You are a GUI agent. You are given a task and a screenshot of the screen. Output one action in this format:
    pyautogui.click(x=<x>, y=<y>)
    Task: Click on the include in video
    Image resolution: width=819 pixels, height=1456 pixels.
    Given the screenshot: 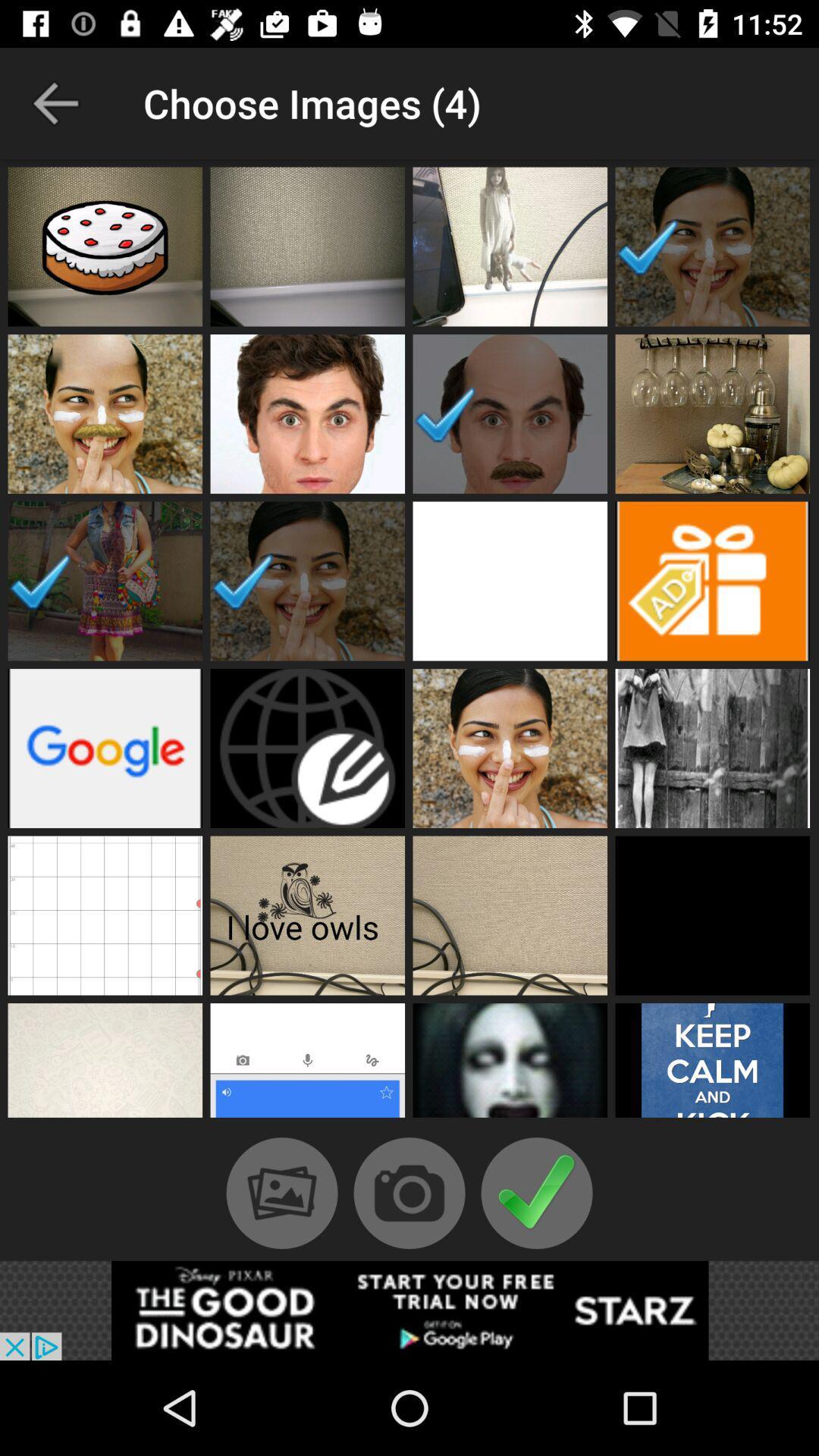 What is the action you would take?
    pyautogui.click(x=712, y=915)
    